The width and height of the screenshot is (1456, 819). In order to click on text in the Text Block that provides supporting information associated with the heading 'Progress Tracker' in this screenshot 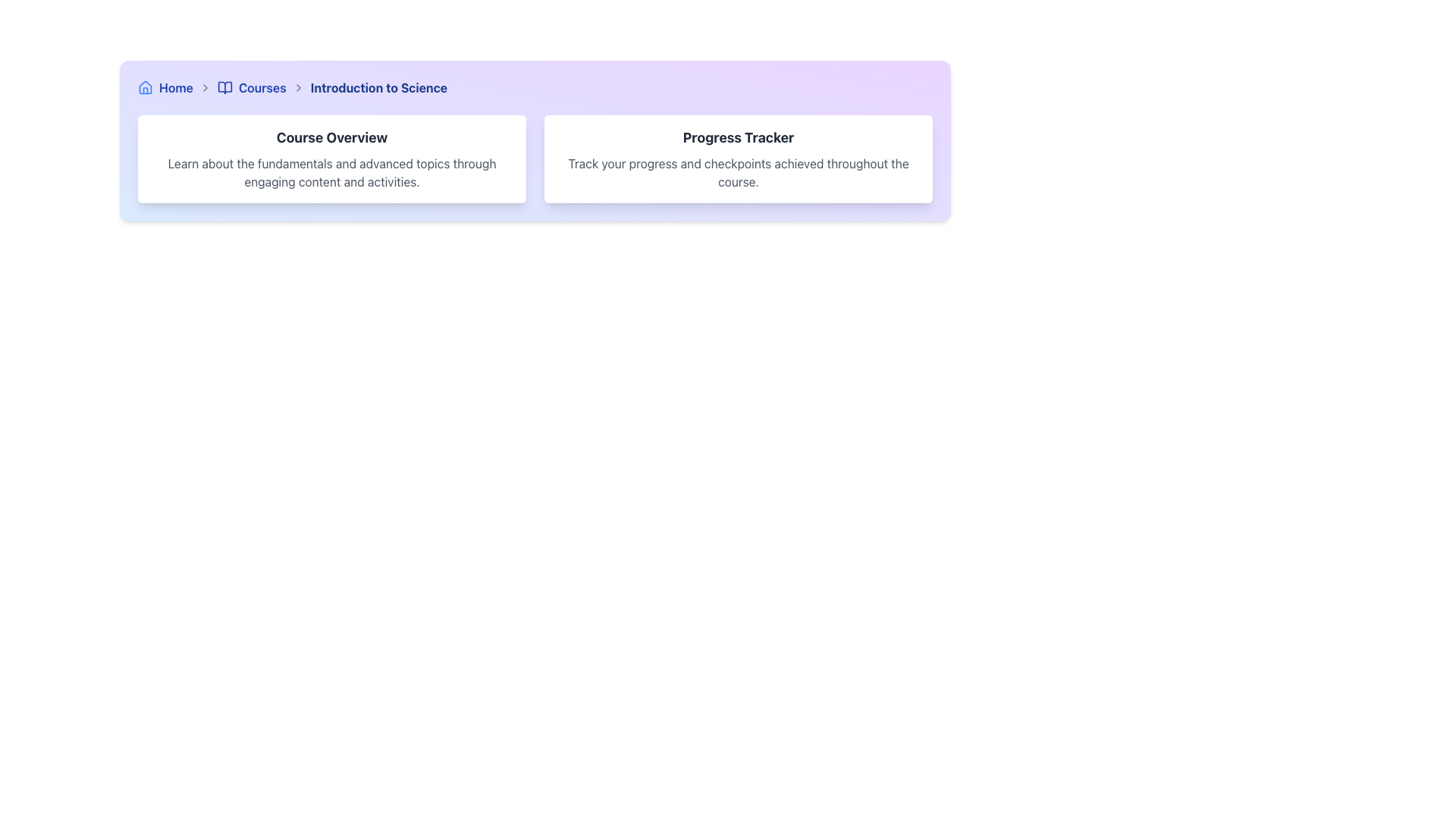, I will do `click(739, 171)`.